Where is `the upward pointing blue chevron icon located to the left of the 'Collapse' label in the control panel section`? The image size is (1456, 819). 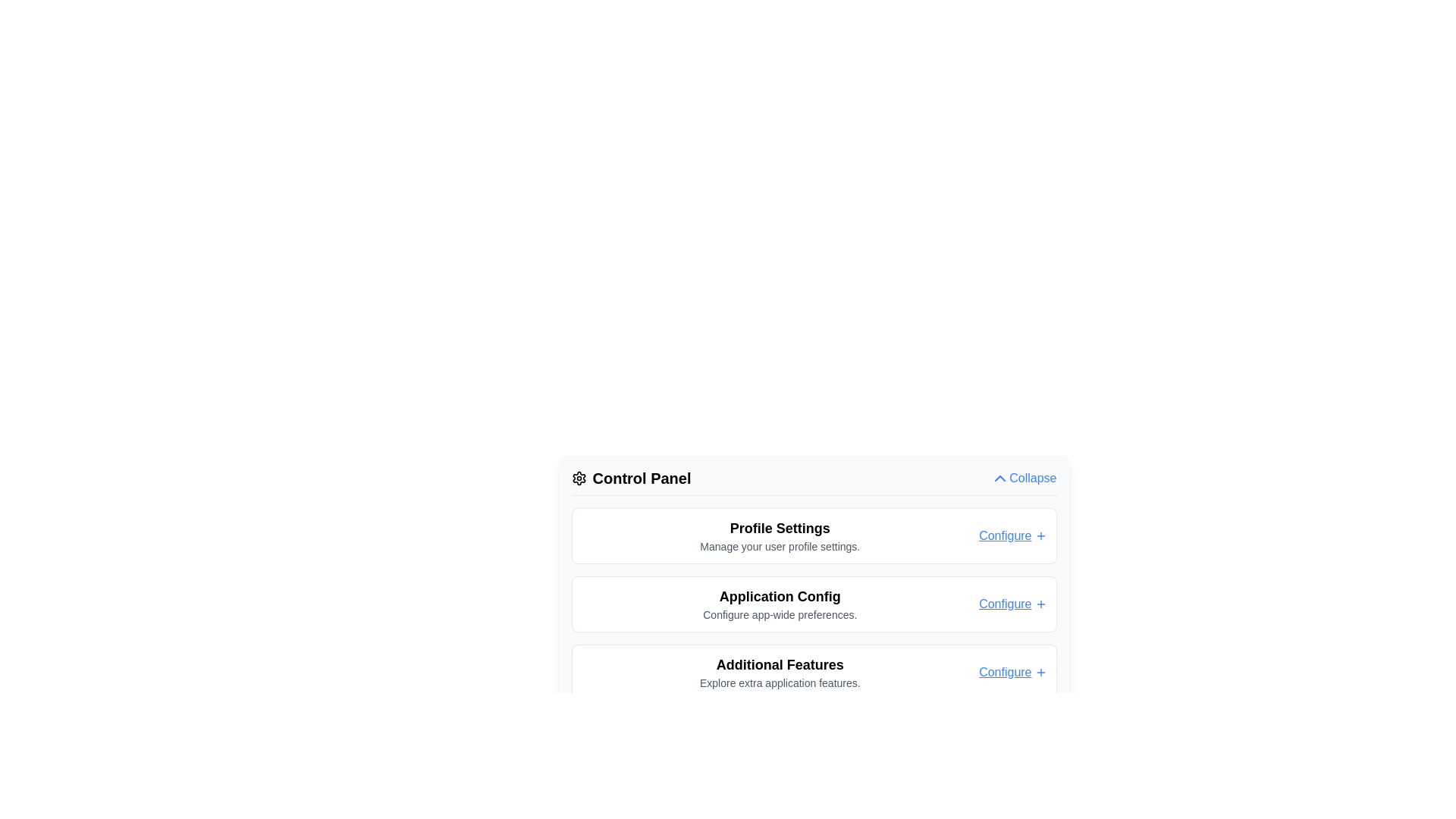
the upward pointing blue chevron icon located to the left of the 'Collapse' label in the control panel section is located at coordinates (1000, 479).